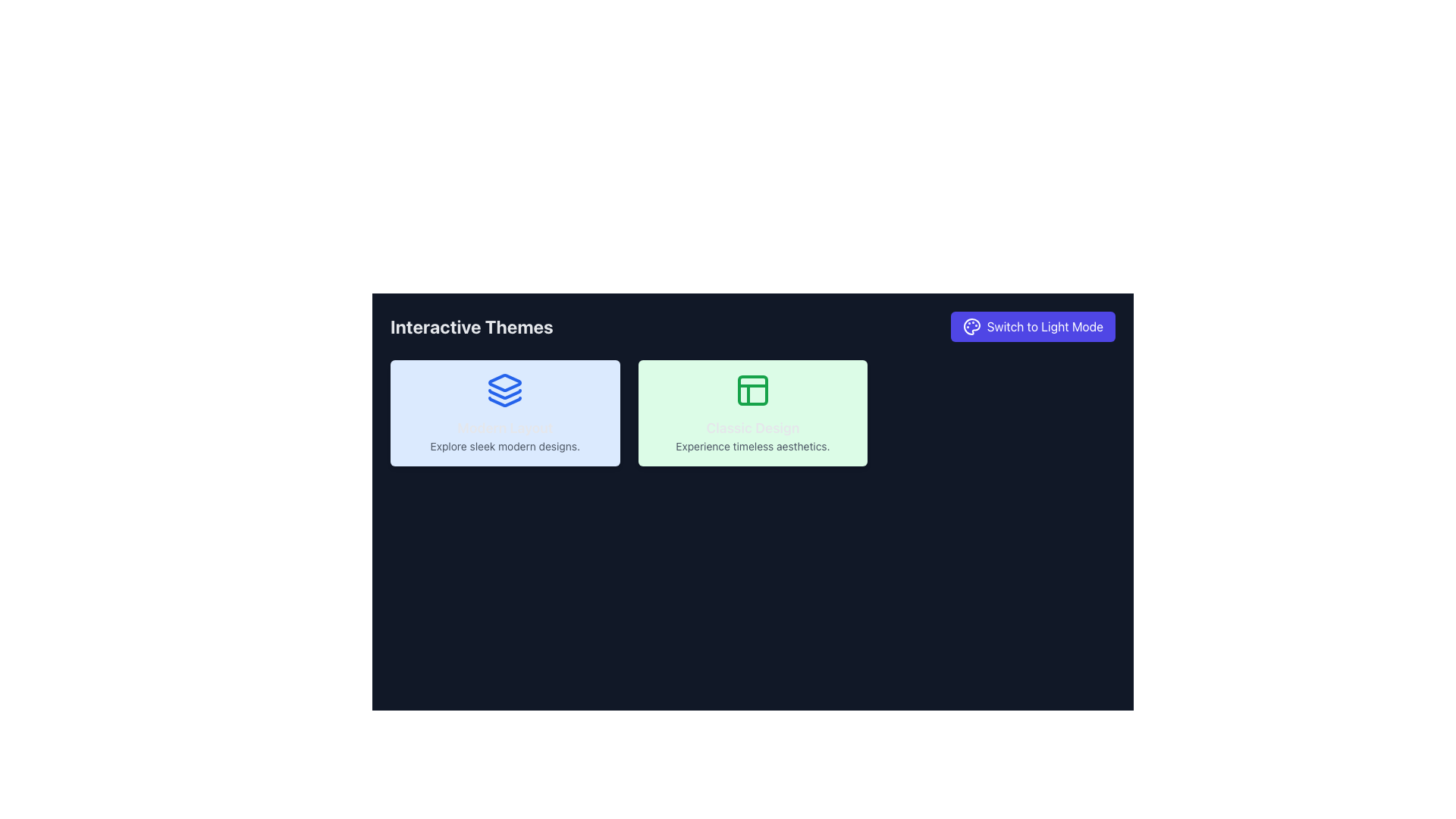  What do you see at coordinates (753, 413) in the screenshot?
I see `the 'Classic Design' Informational Card, which is the second card in a three-column grid layout, located to the right of the 'Modern Layout' card` at bounding box center [753, 413].